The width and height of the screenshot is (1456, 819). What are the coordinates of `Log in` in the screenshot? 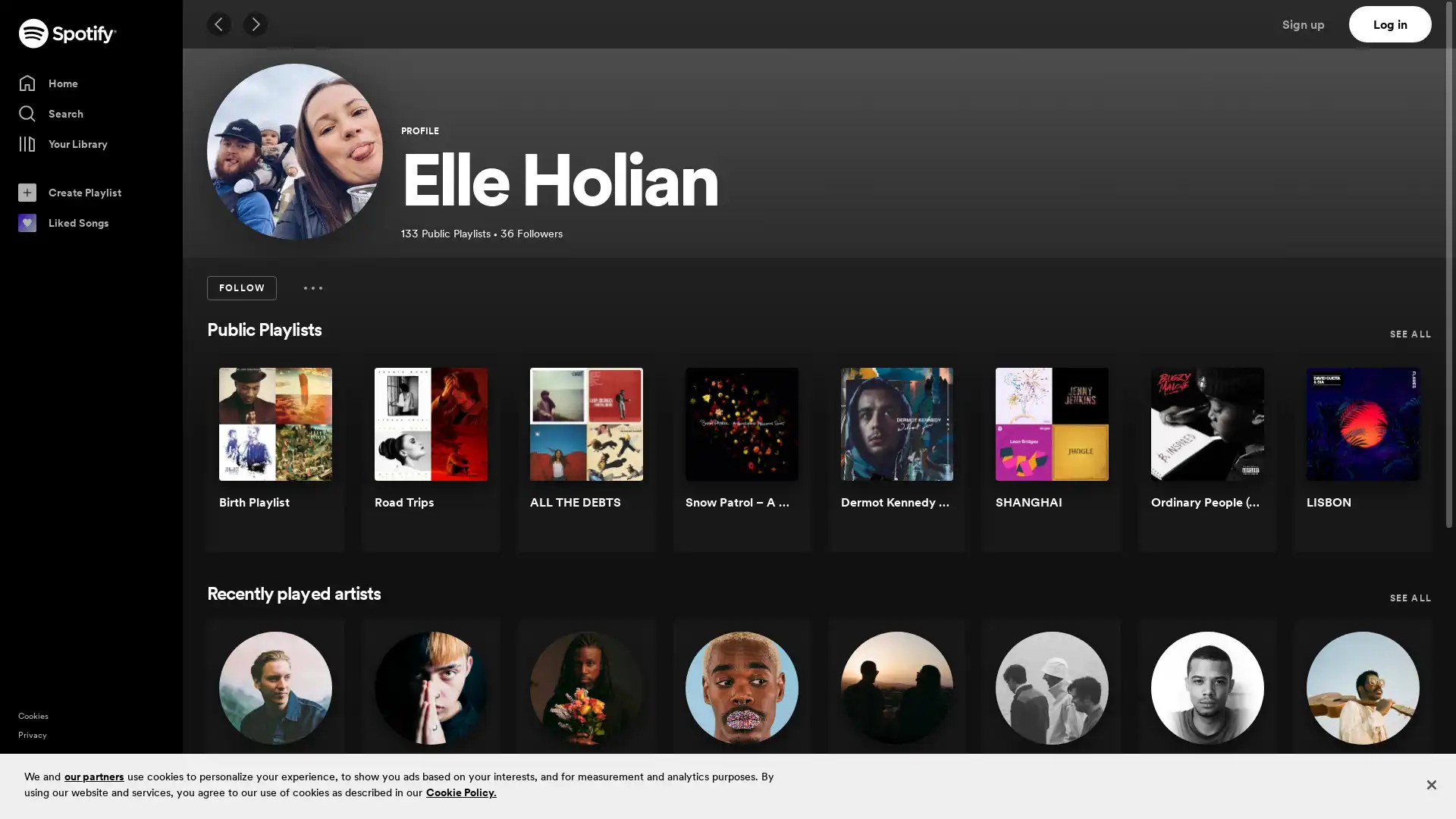 It's located at (1390, 24).